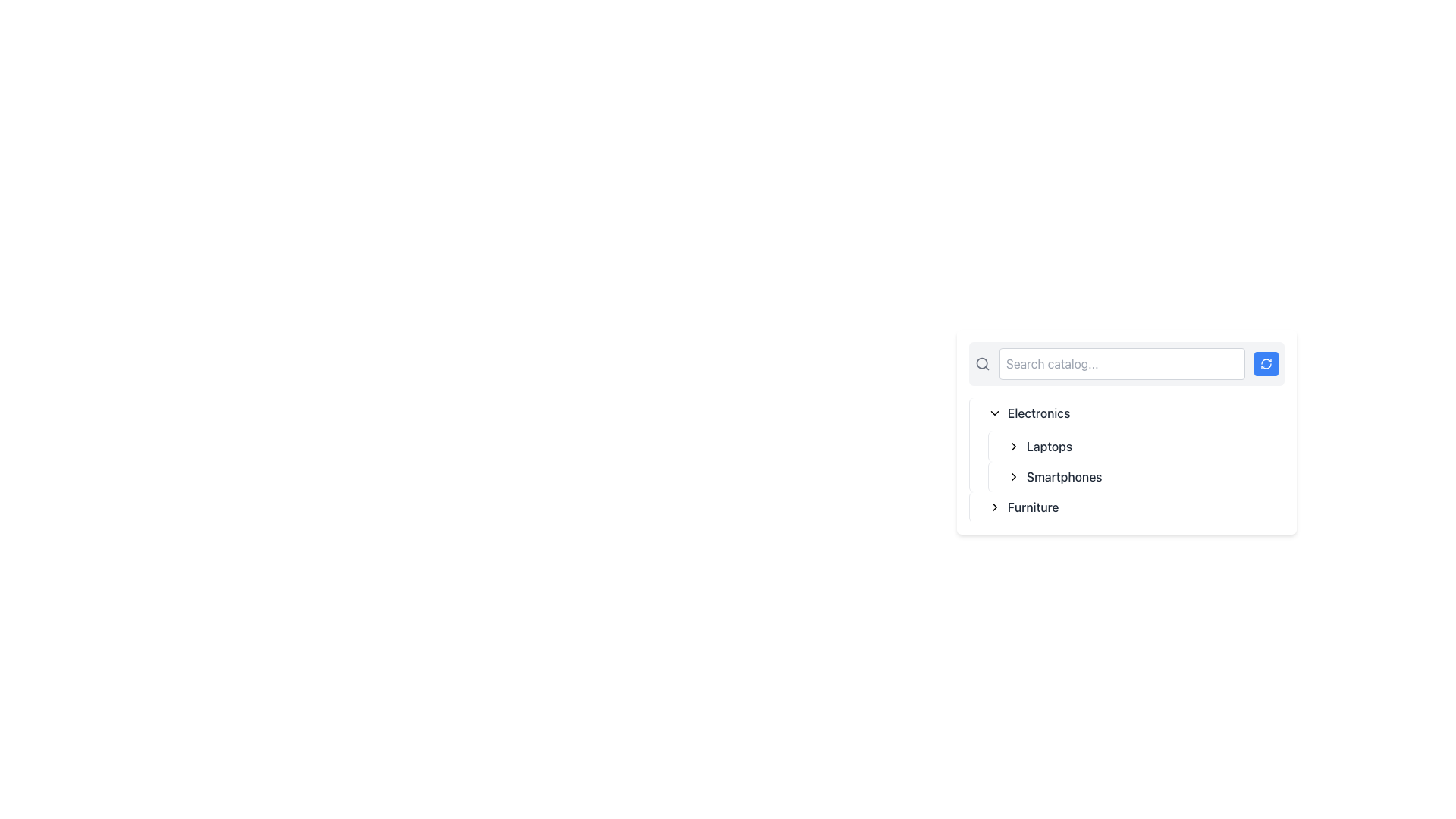 The height and width of the screenshot is (819, 1456). Describe the element at coordinates (1143, 446) in the screenshot. I see `the collapsible menu item under the 'Electronics' category` at that location.